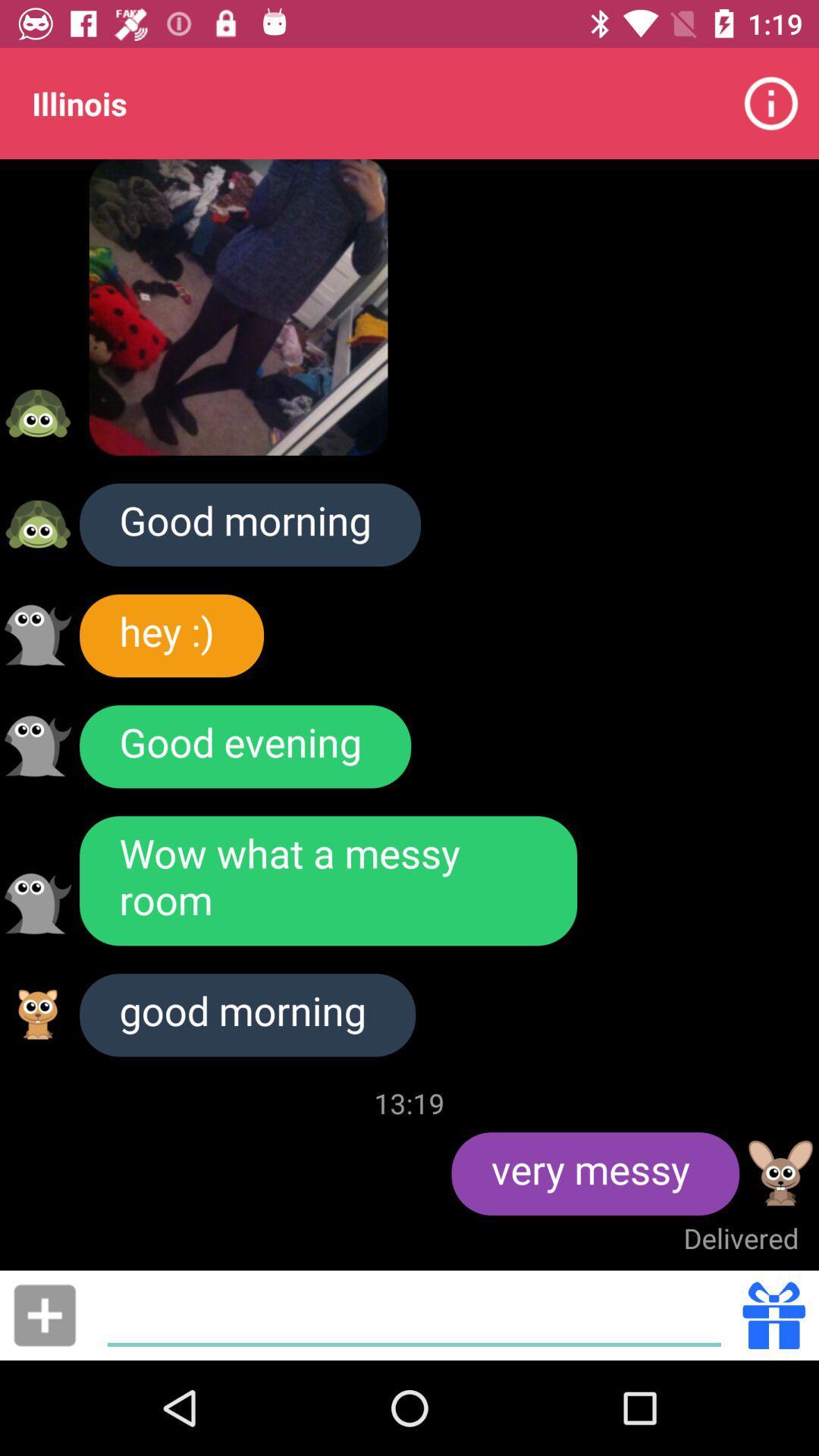 This screenshot has width=819, height=1456. Describe the element at coordinates (44, 1314) in the screenshot. I see `link` at that location.